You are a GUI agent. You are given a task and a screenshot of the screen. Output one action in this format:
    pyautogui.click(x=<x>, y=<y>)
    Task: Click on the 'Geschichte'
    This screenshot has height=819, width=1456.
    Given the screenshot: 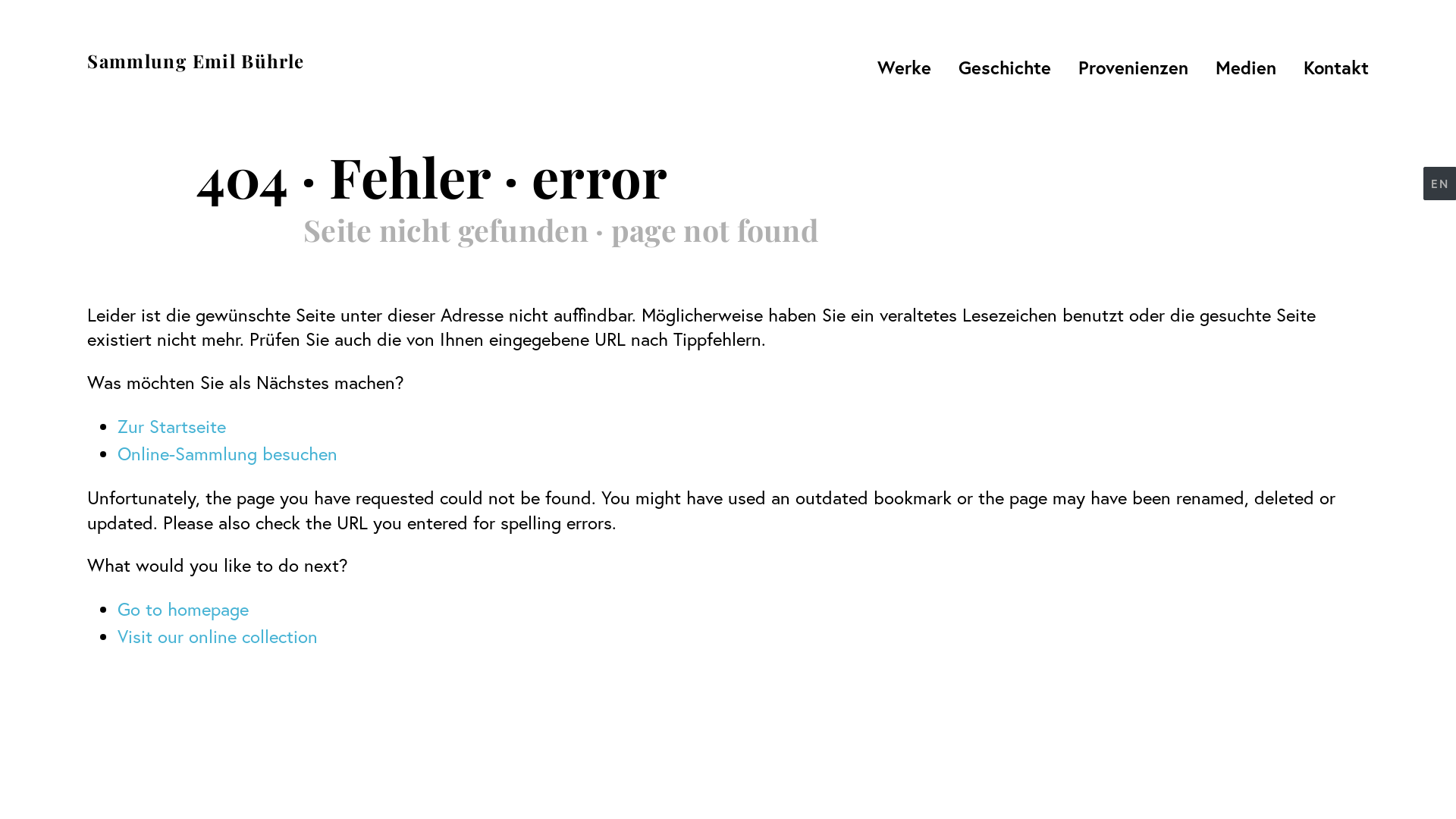 What is the action you would take?
    pyautogui.click(x=949, y=66)
    